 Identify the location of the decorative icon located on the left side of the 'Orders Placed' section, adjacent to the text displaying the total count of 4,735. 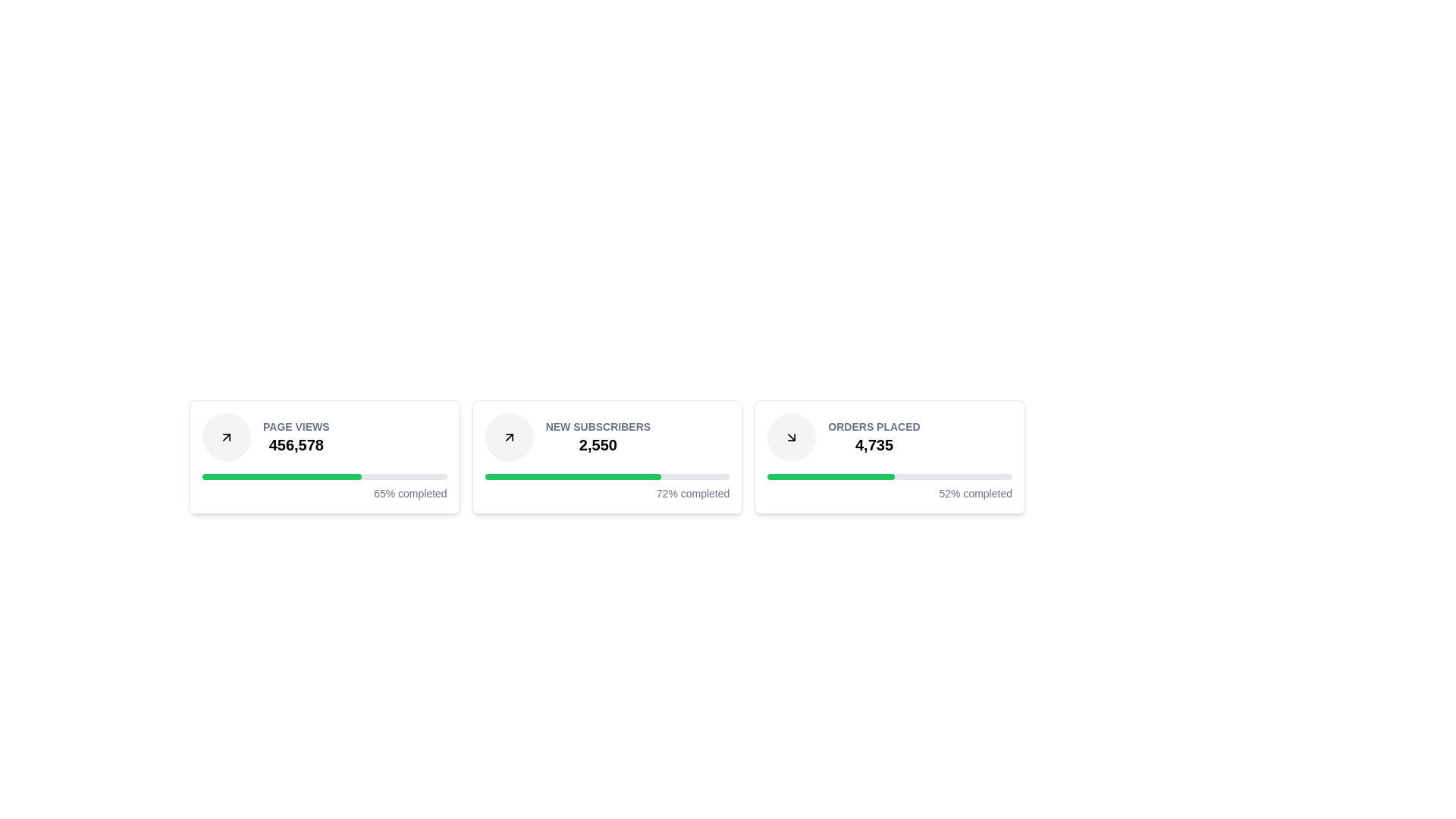
(791, 438).